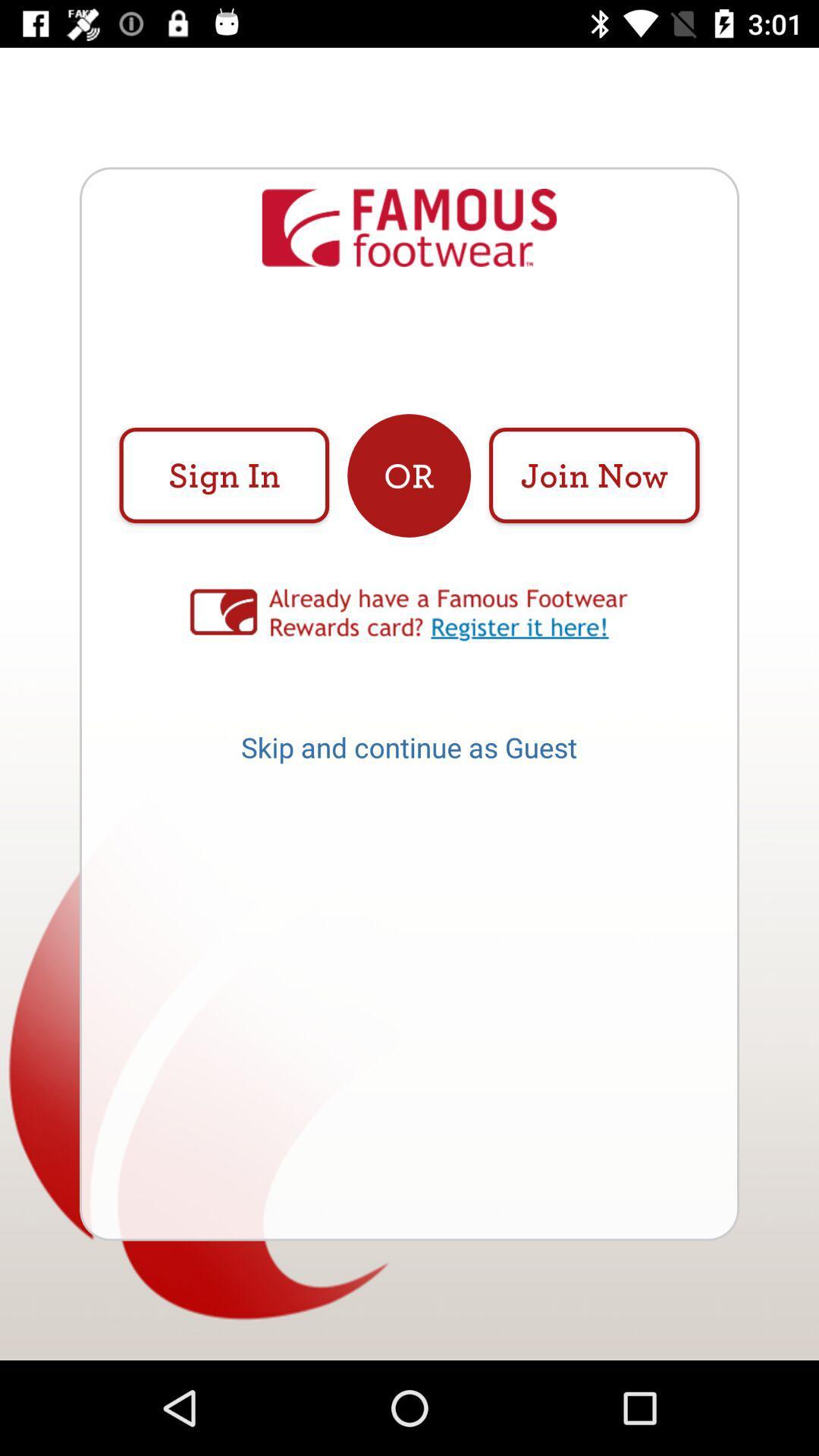 The height and width of the screenshot is (1456, 819). What do you see at coordinates (224, 475) in the screenshot?
I see `the item next to the or icon` at bounding box center [224, 475].